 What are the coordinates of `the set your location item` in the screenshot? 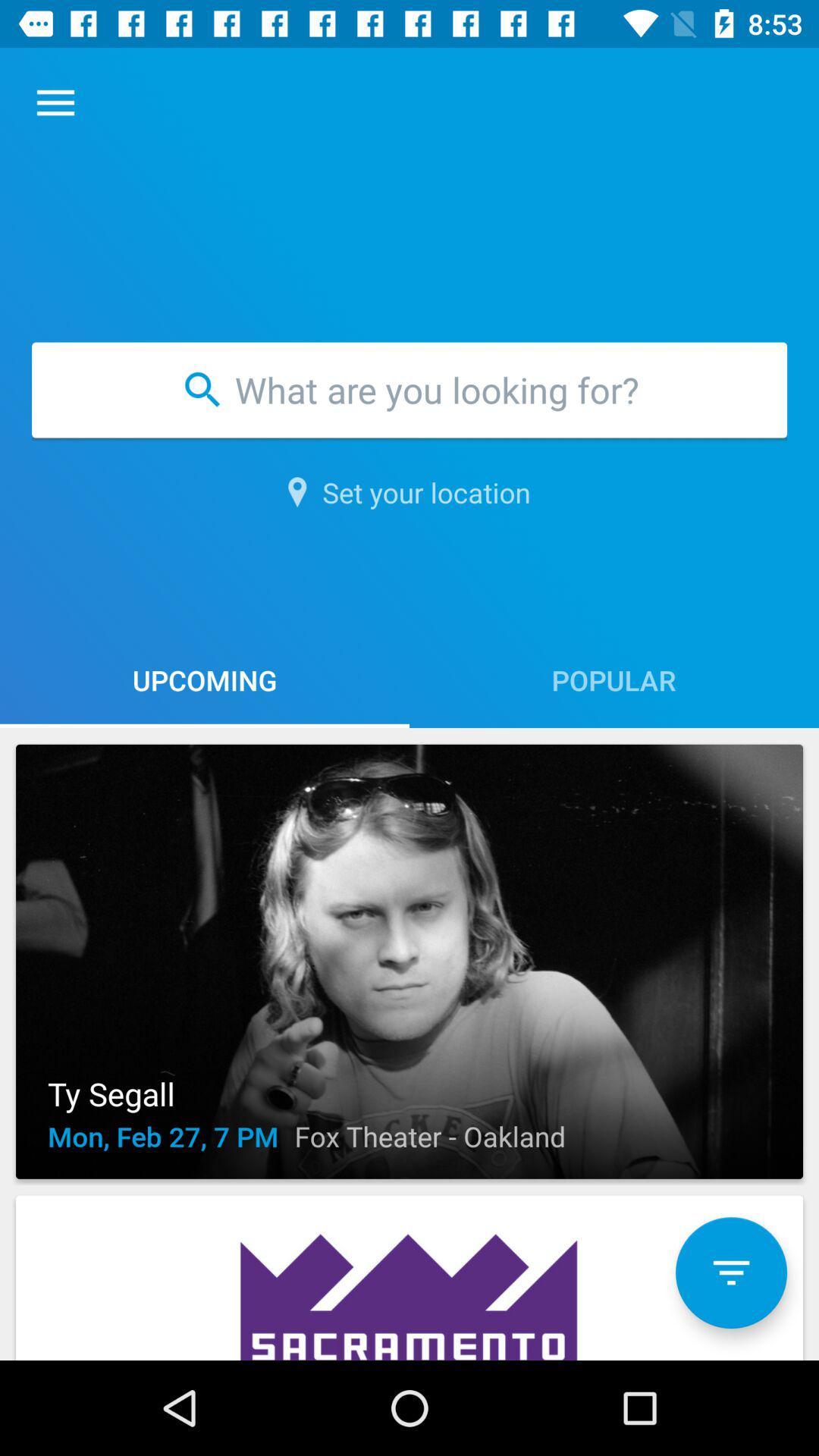 It's located at (409, 492).